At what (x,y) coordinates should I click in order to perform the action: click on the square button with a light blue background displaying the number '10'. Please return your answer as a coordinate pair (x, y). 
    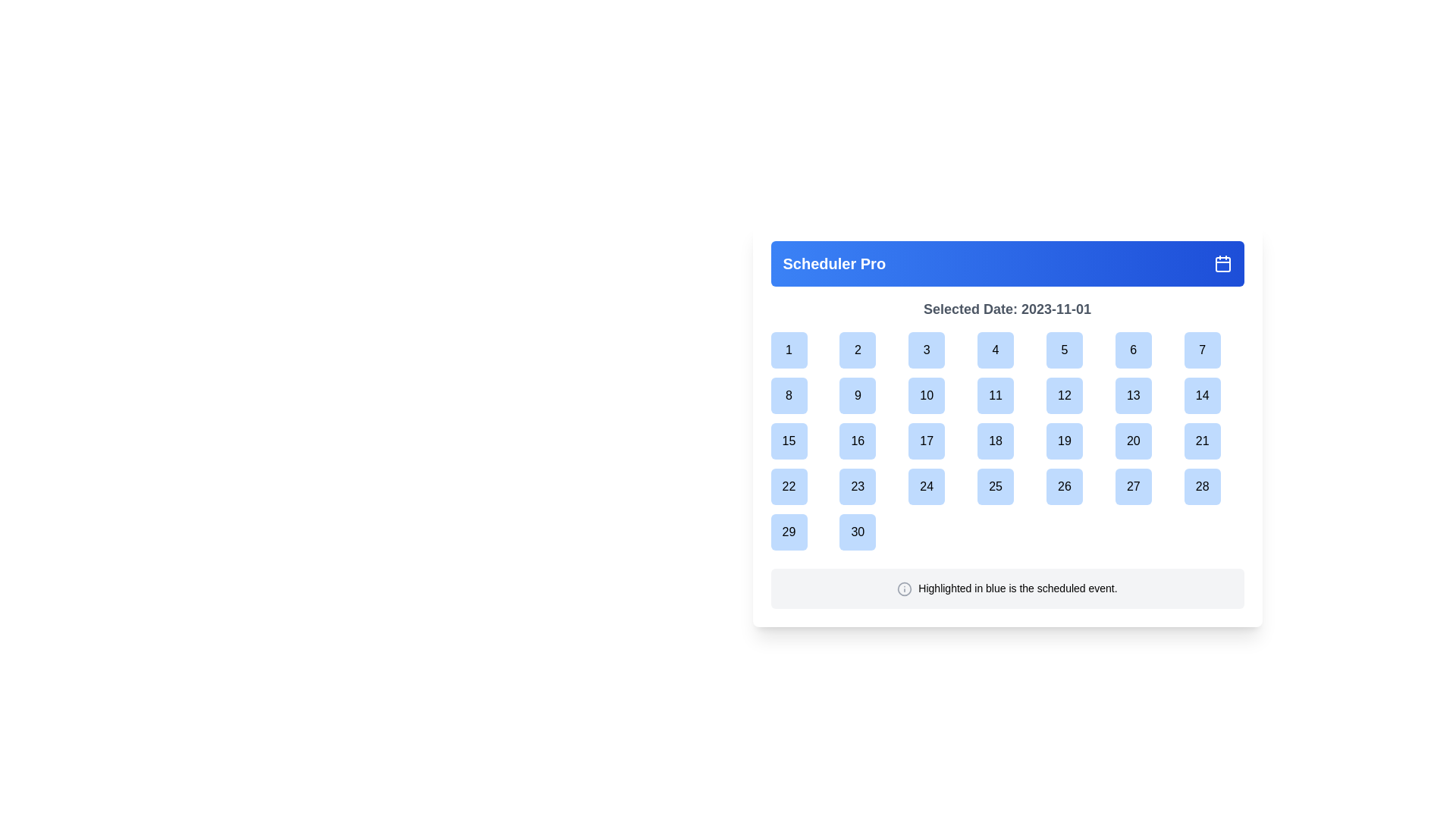
    Looking at the image, I should click on (926, 394).